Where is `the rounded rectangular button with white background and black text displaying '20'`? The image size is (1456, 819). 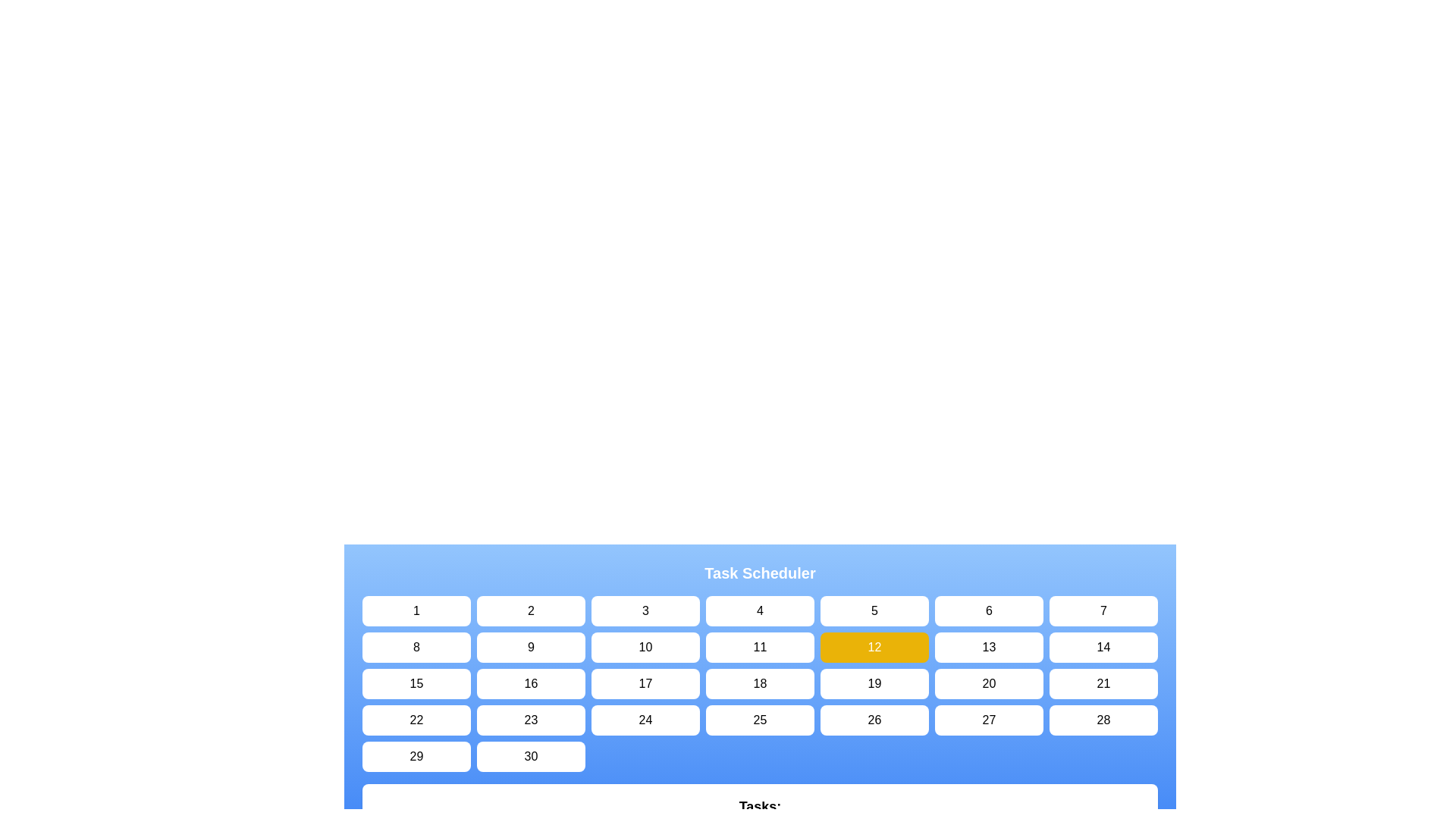 the rounded rectangular button with white background and black text displaying '20' is located at coordinates (989, 684).